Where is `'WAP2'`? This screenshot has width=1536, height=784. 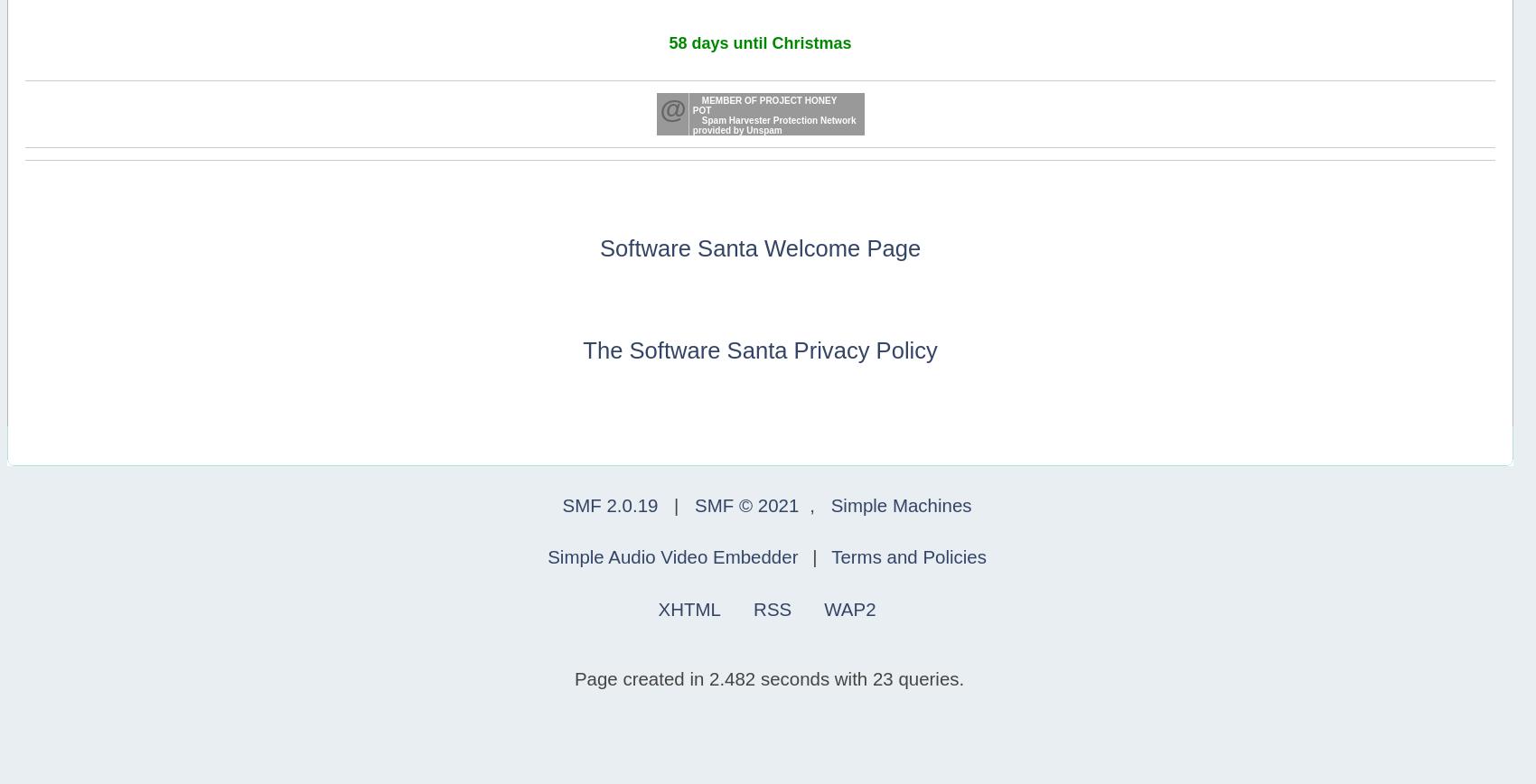
'WAP2' is located at coordinates (849, 608).